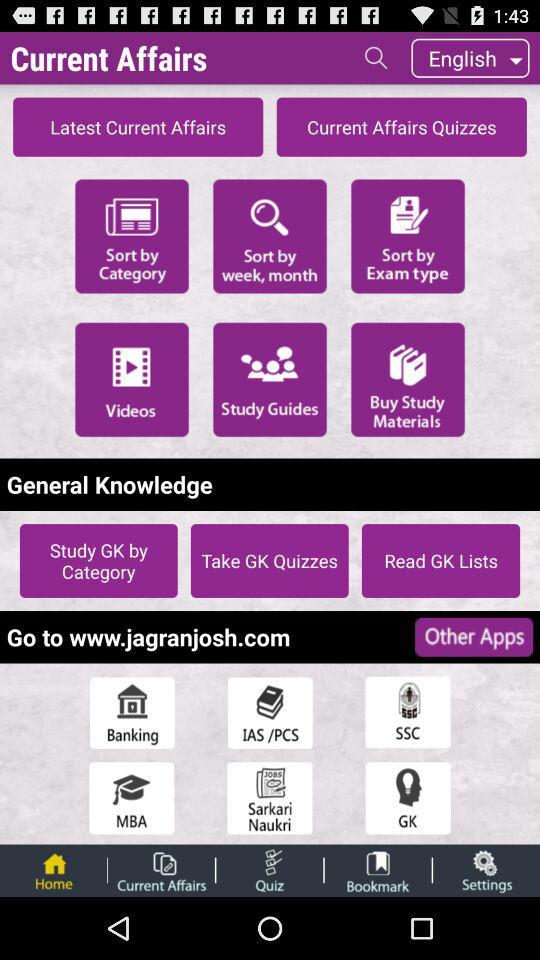 This screenshot has height=960, width=540. What do you see at coordinates (160, 869) in the screenshot?
I see `open current affairs` at bounding box center [160, 869].